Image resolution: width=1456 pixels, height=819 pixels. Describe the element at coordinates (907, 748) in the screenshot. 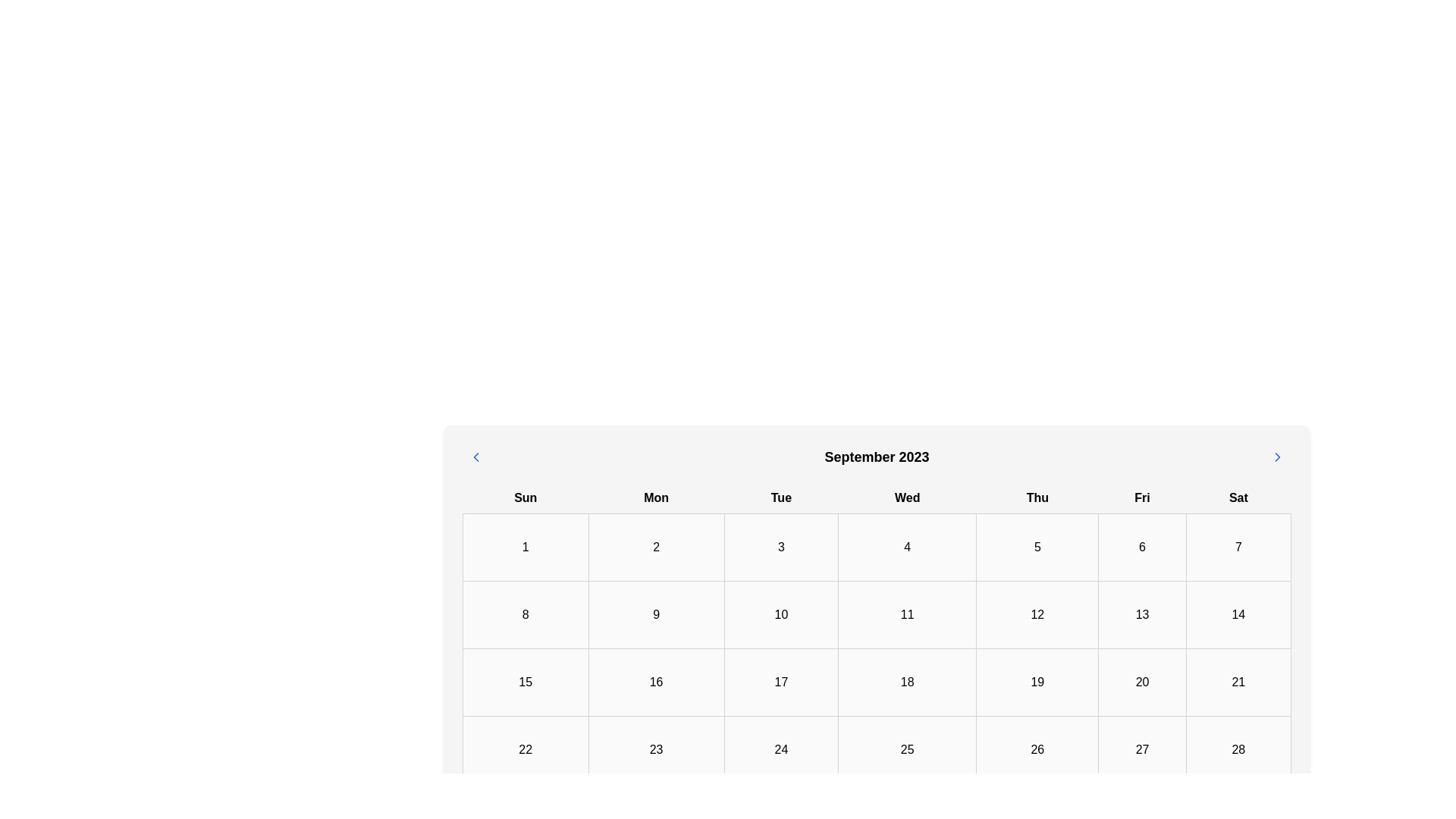

I see `the button labeled '25' which has a white background and is the fourth button in a horizontal list of week date buttons` at that location.